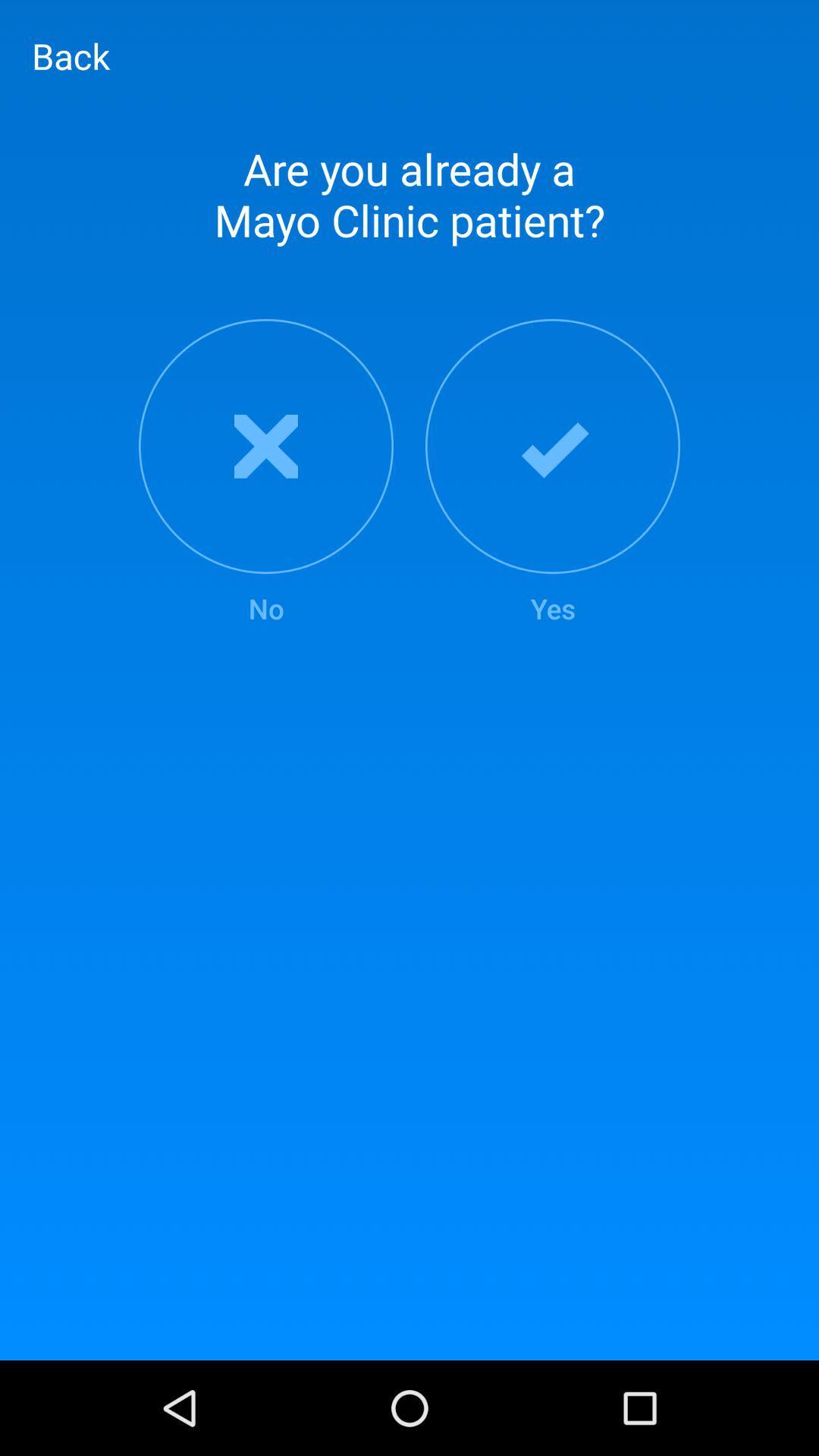  What do you see at coordinates (265, 472) in the screenshot?
I see `no icon` at bounding box center [265, 472].